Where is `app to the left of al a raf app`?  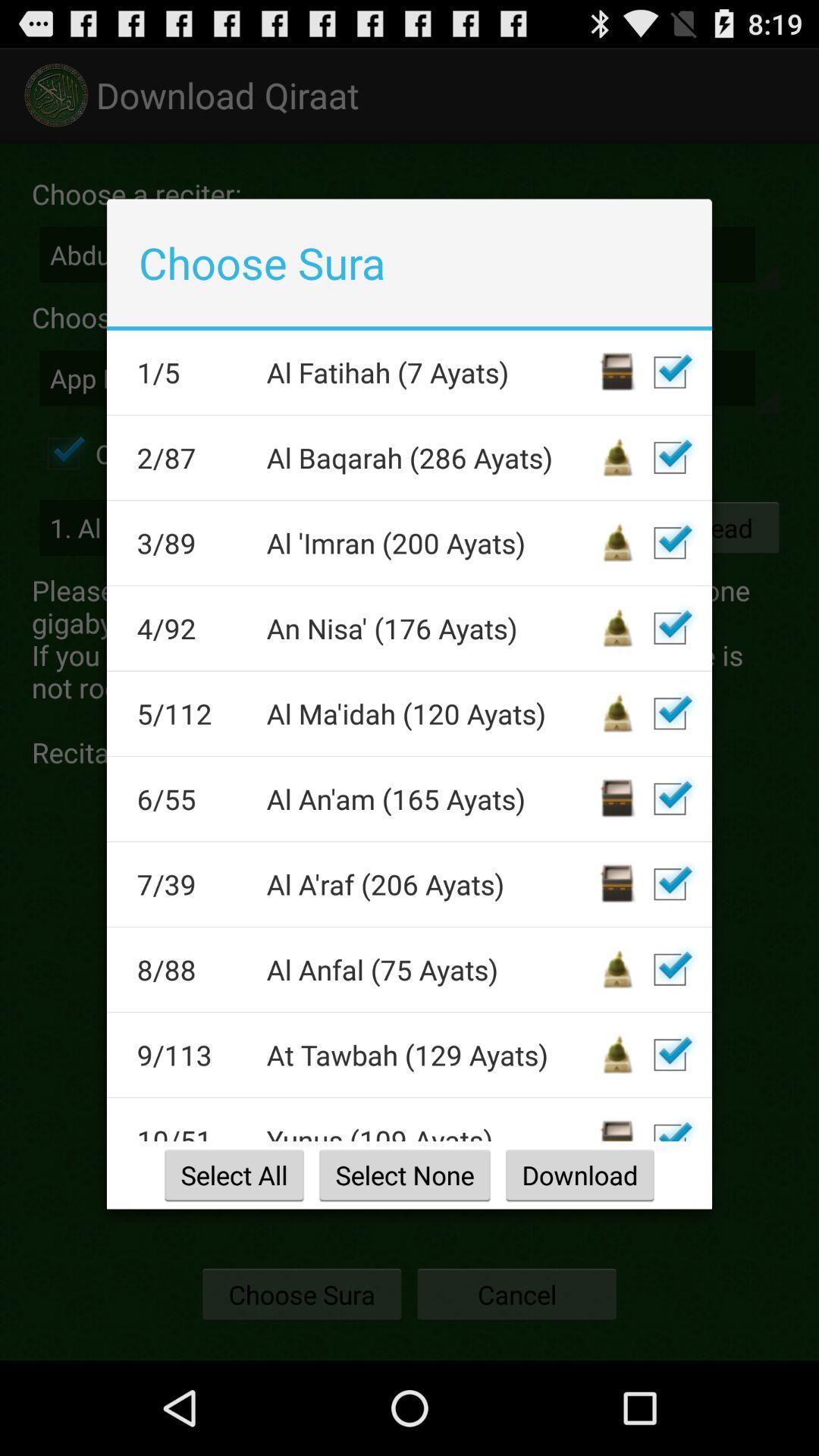
app to the left of al a raf app is located at coordinates (191, 884).